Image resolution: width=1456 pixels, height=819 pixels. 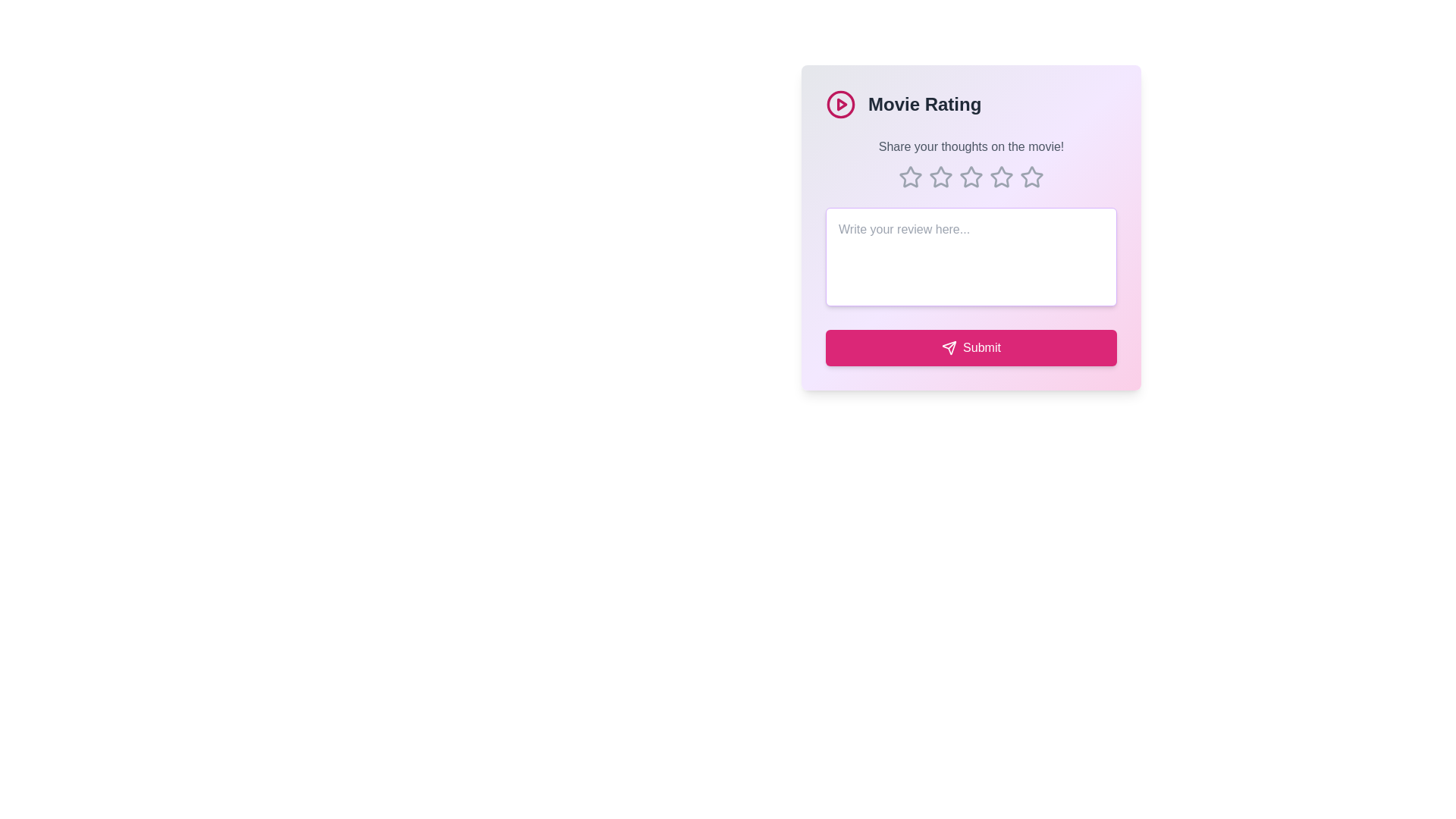 I want to click on the fourth star icon in the Movie Rating card, so click(x=1001, y=177).